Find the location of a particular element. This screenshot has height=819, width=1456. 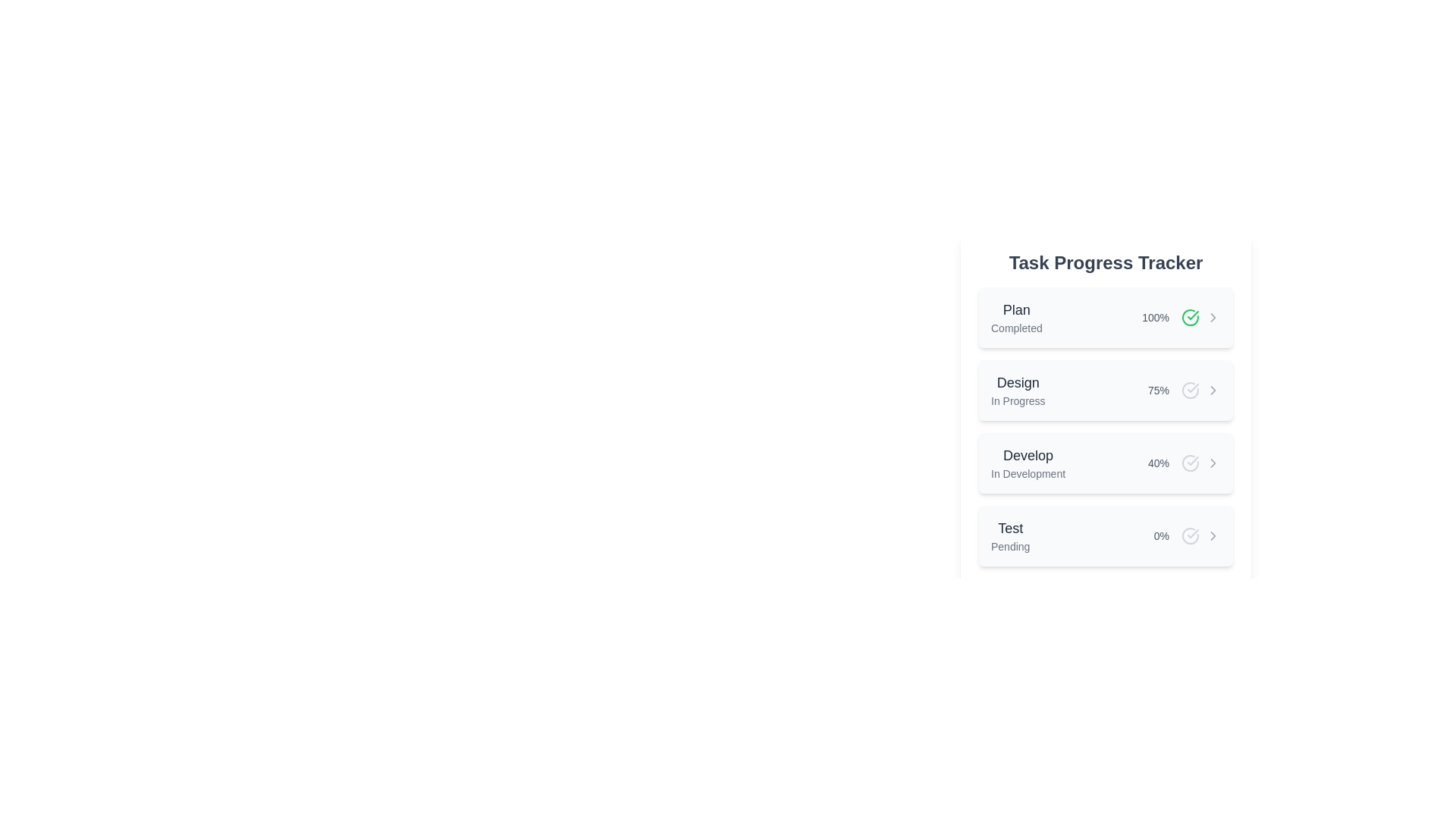

the graphical status indicator icon for the 'Test' task, located to the right of the '0%' text in the task progress tracker is located at coordinates (1189, 535).